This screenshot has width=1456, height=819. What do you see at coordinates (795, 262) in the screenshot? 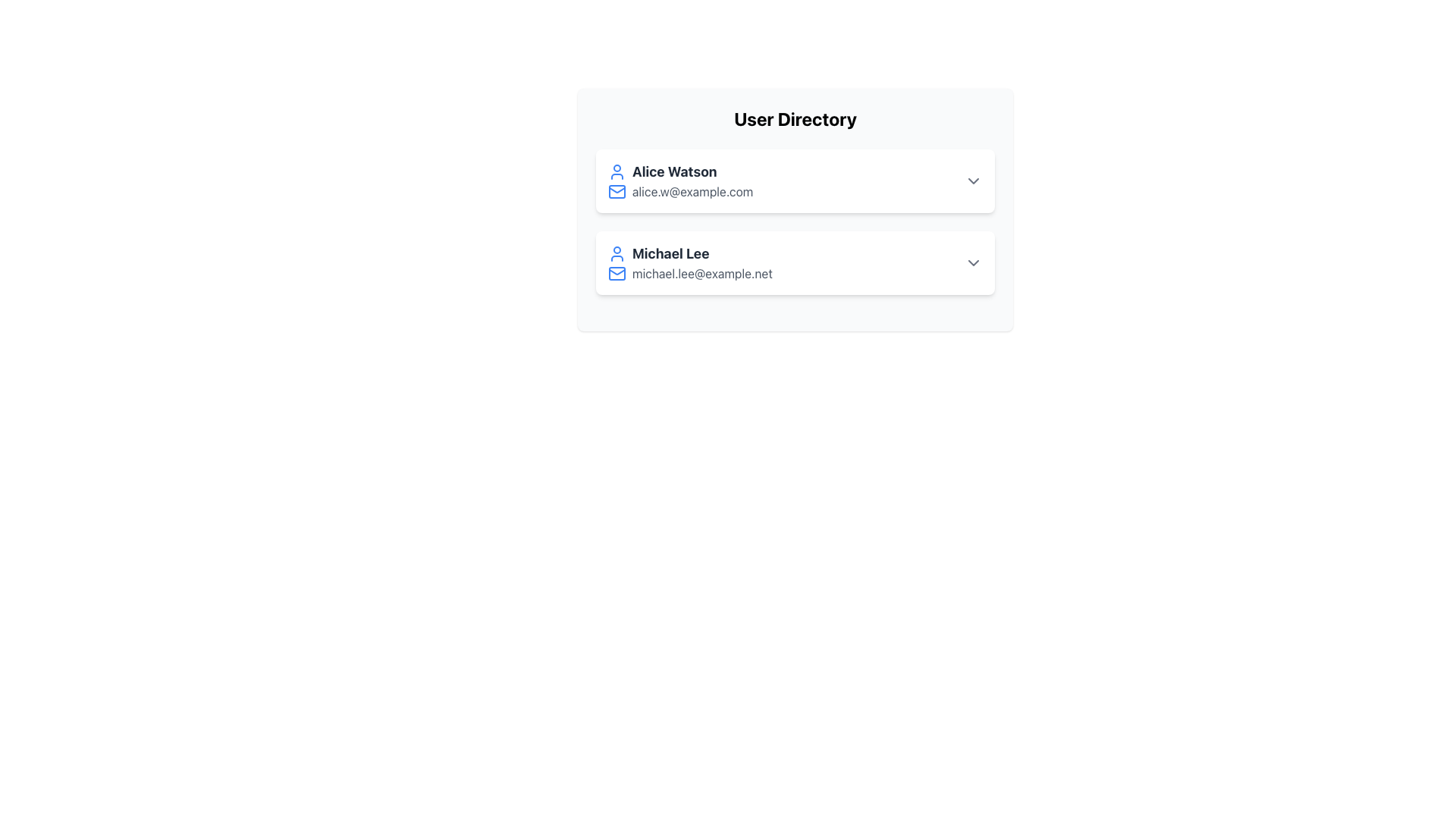
I see `the dropdown of the user entry for 'Michael Lee' in the directory` at bounding box center [795, 262].